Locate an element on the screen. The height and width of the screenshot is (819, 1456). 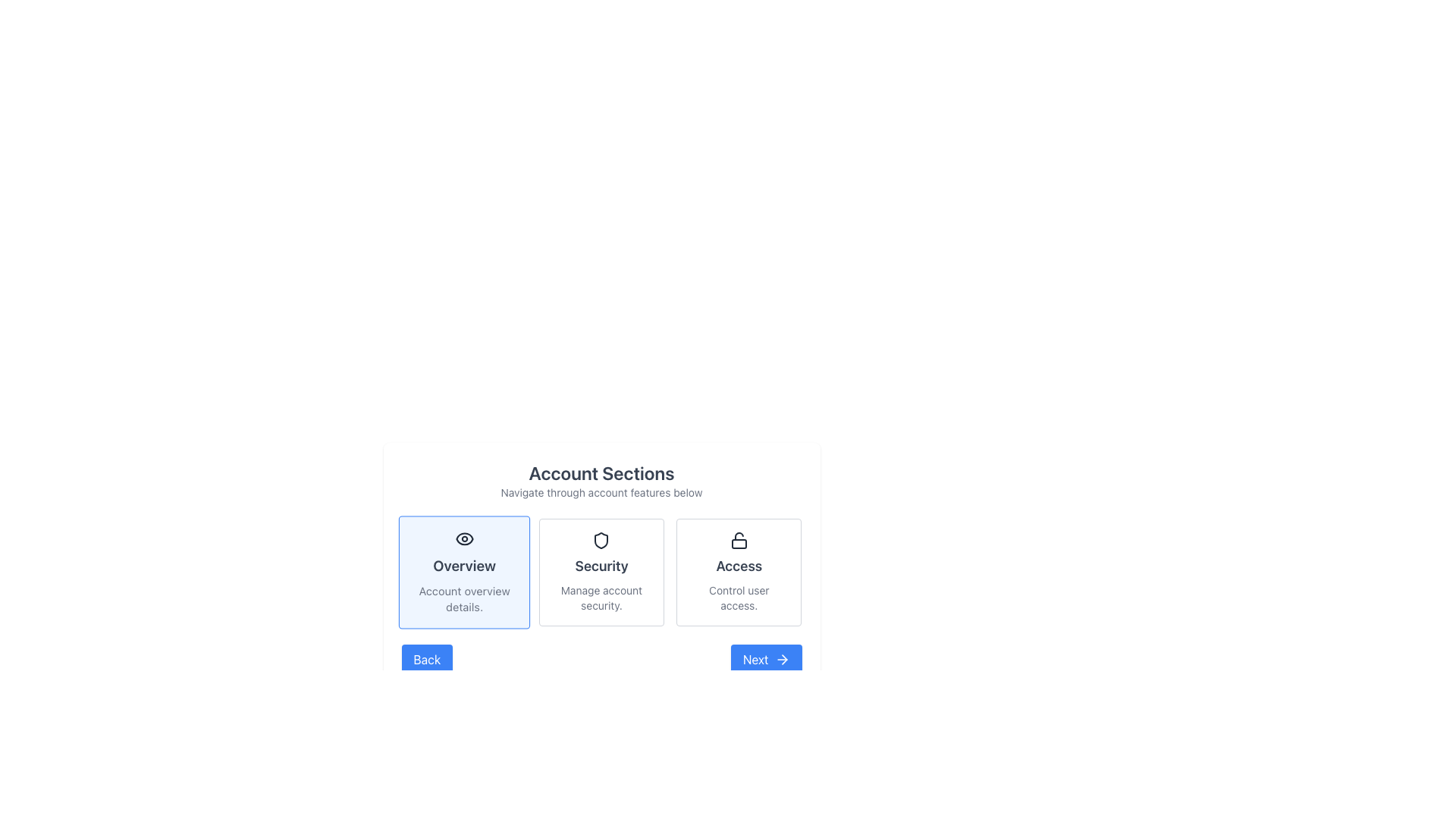
the navigation button located in the bottom-right corner of the account options section to proceed to the next step or page is located at coordinates (766, 659).